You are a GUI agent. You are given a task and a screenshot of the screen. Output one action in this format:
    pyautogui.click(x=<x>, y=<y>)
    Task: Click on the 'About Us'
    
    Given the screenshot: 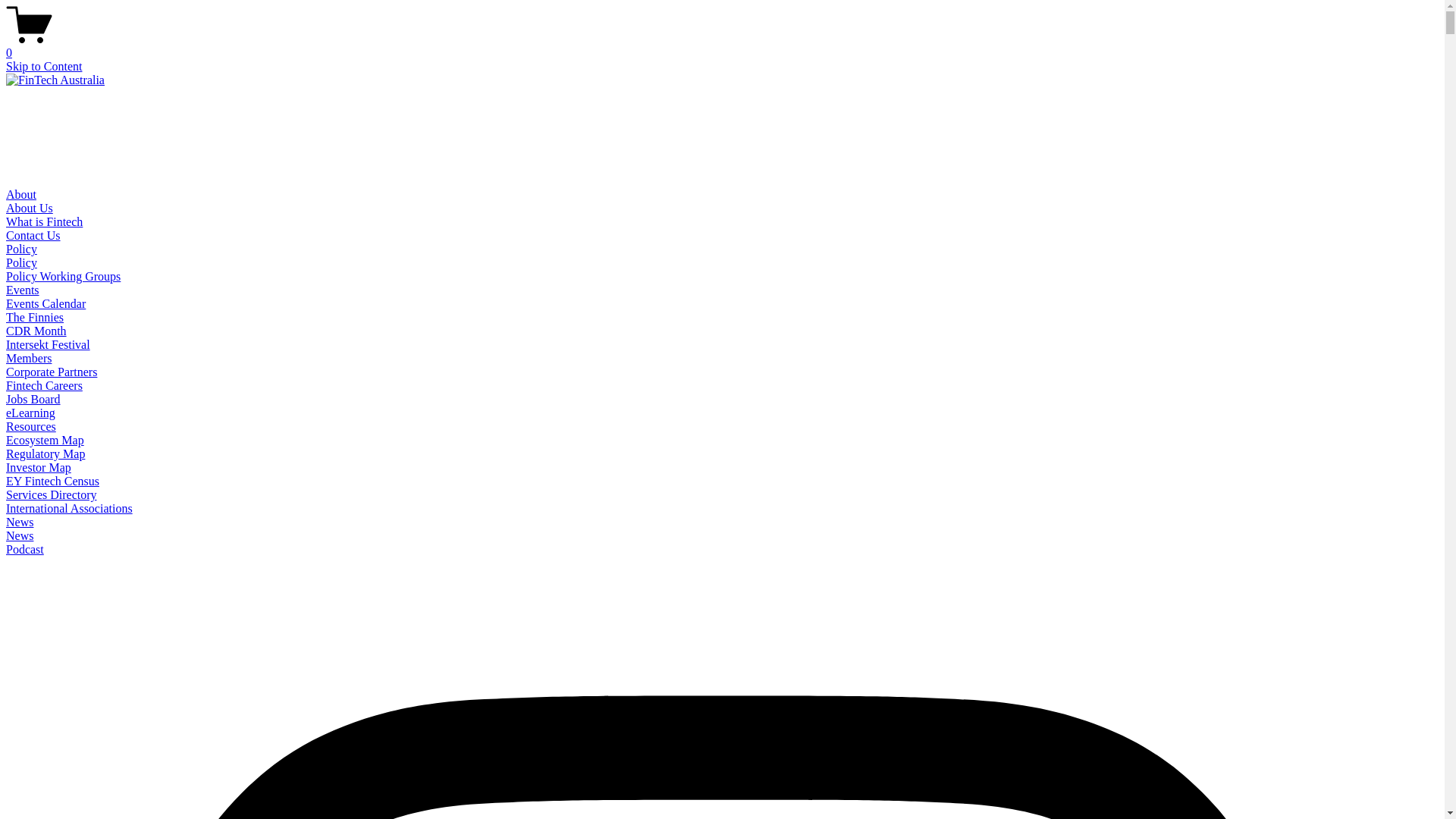 What is the action you would take?
    pyautogui.click(x=29, y=208)
    